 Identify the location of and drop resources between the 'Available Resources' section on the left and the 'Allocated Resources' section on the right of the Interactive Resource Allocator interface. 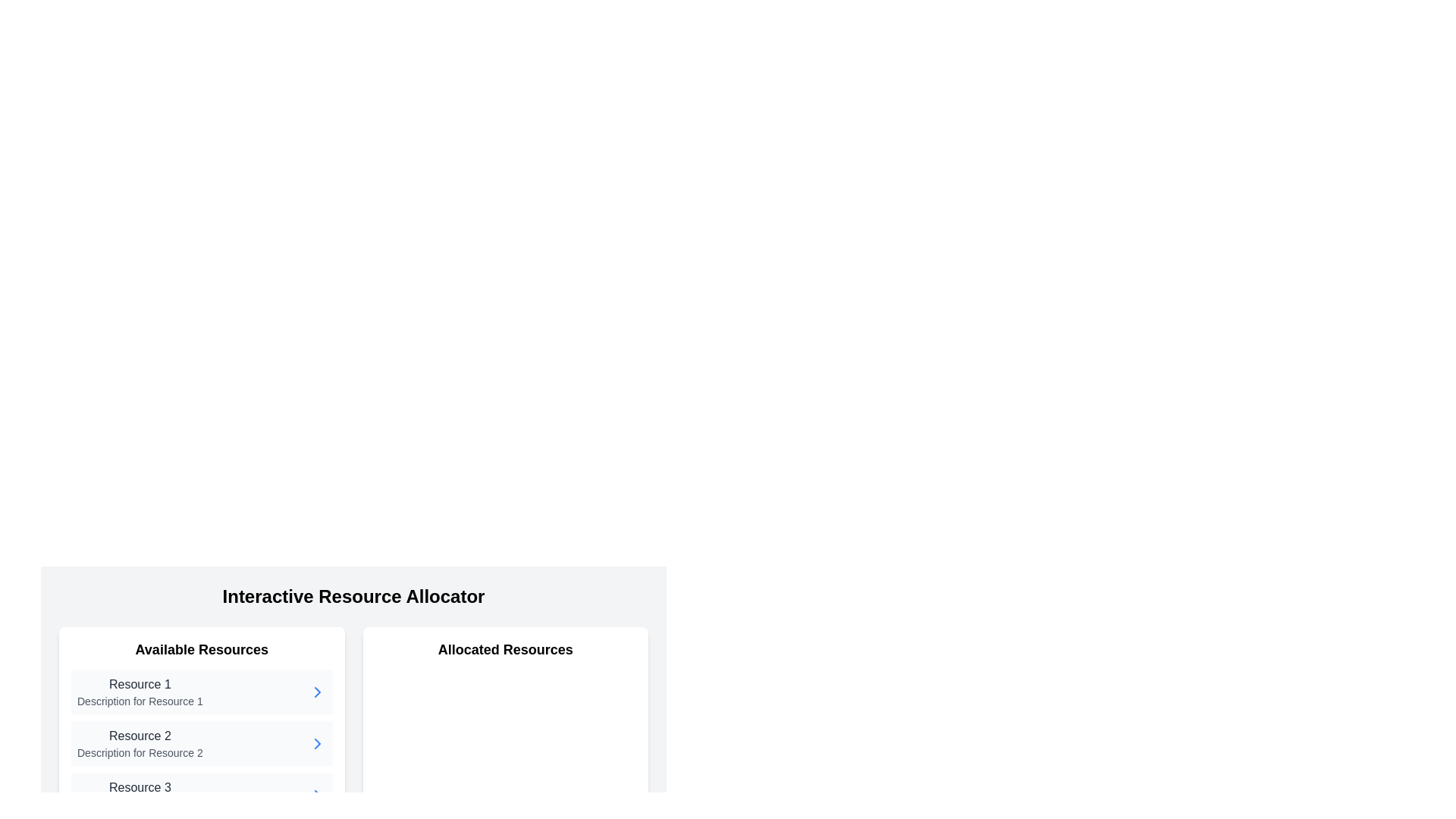
(353, 669).